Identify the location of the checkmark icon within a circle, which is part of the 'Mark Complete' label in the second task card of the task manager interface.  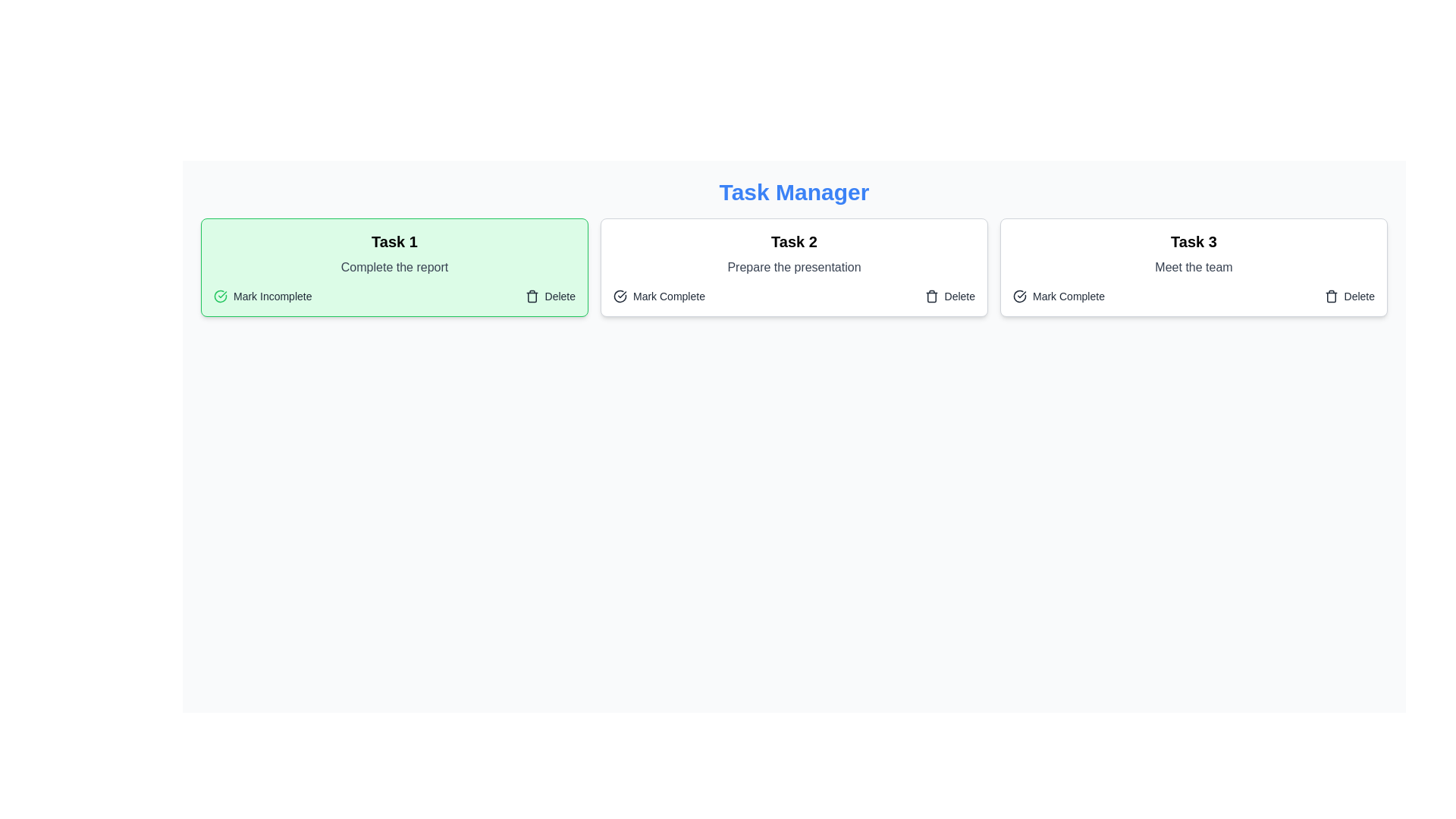
(620, 296).